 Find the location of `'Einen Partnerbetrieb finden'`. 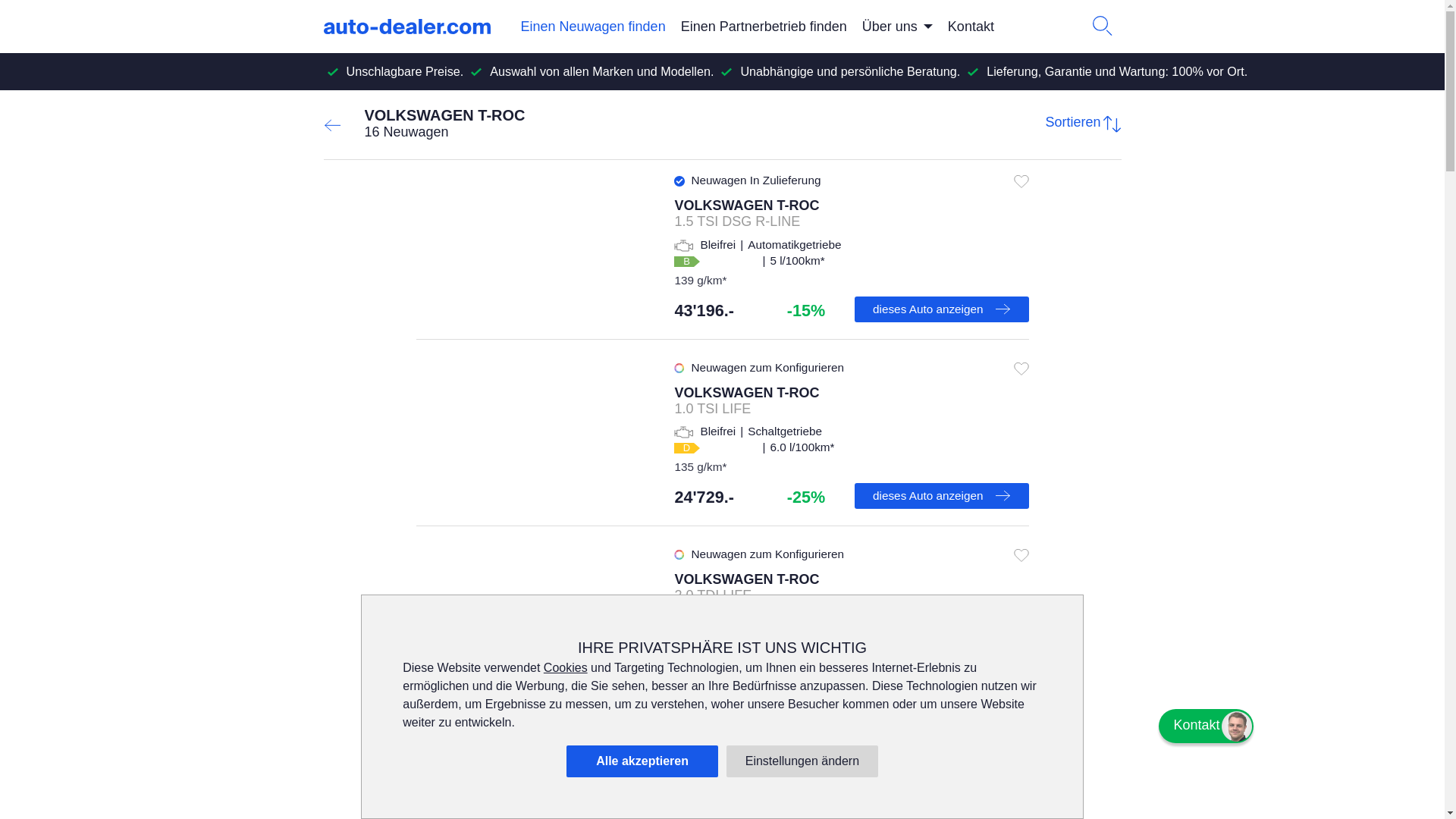

'Einen Partnerbetrieb finden' is located at coordinates (764, 26).